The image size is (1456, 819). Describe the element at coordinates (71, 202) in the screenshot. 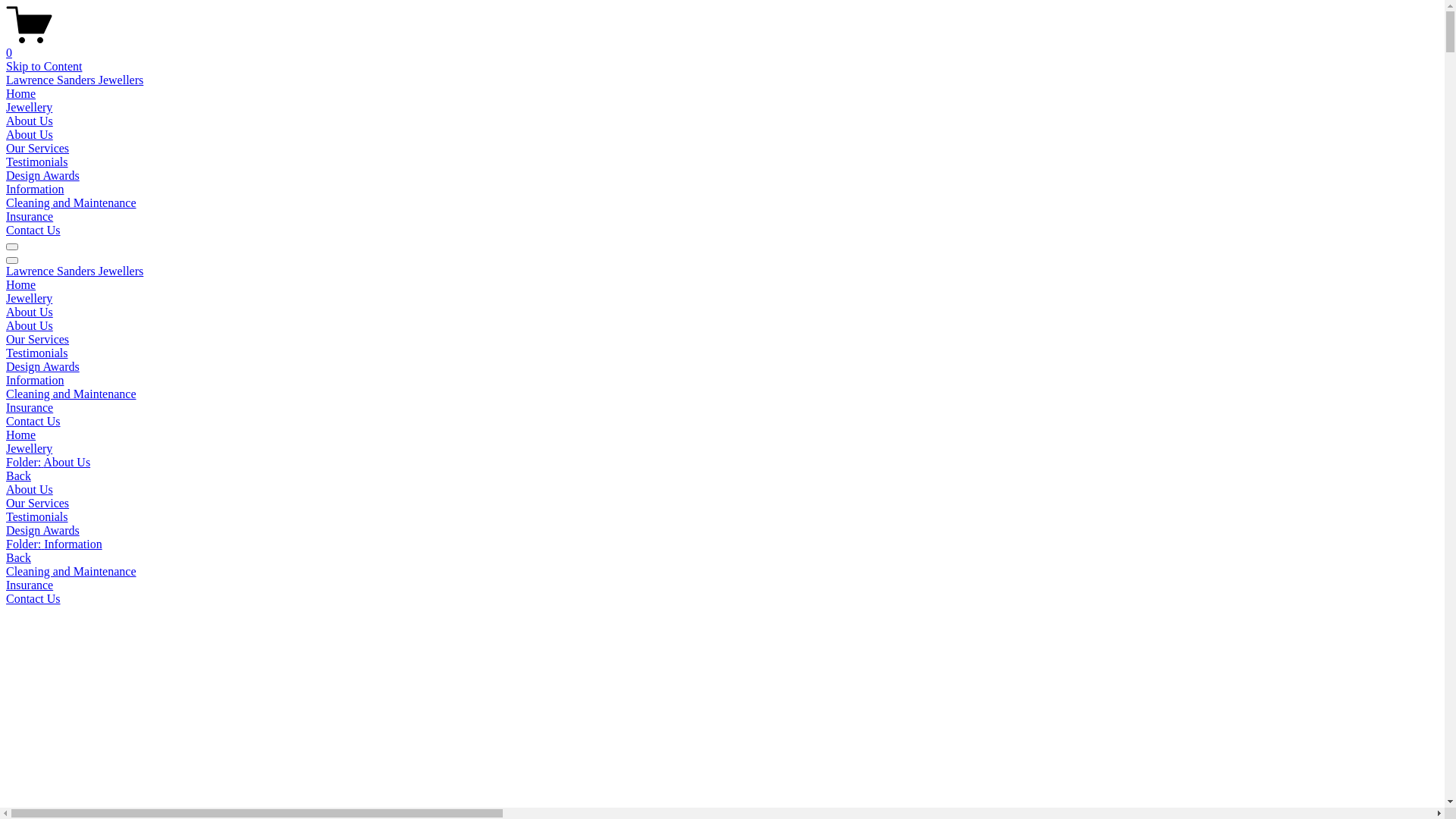

I see `'Cleaning and Maintenance'` at that location.